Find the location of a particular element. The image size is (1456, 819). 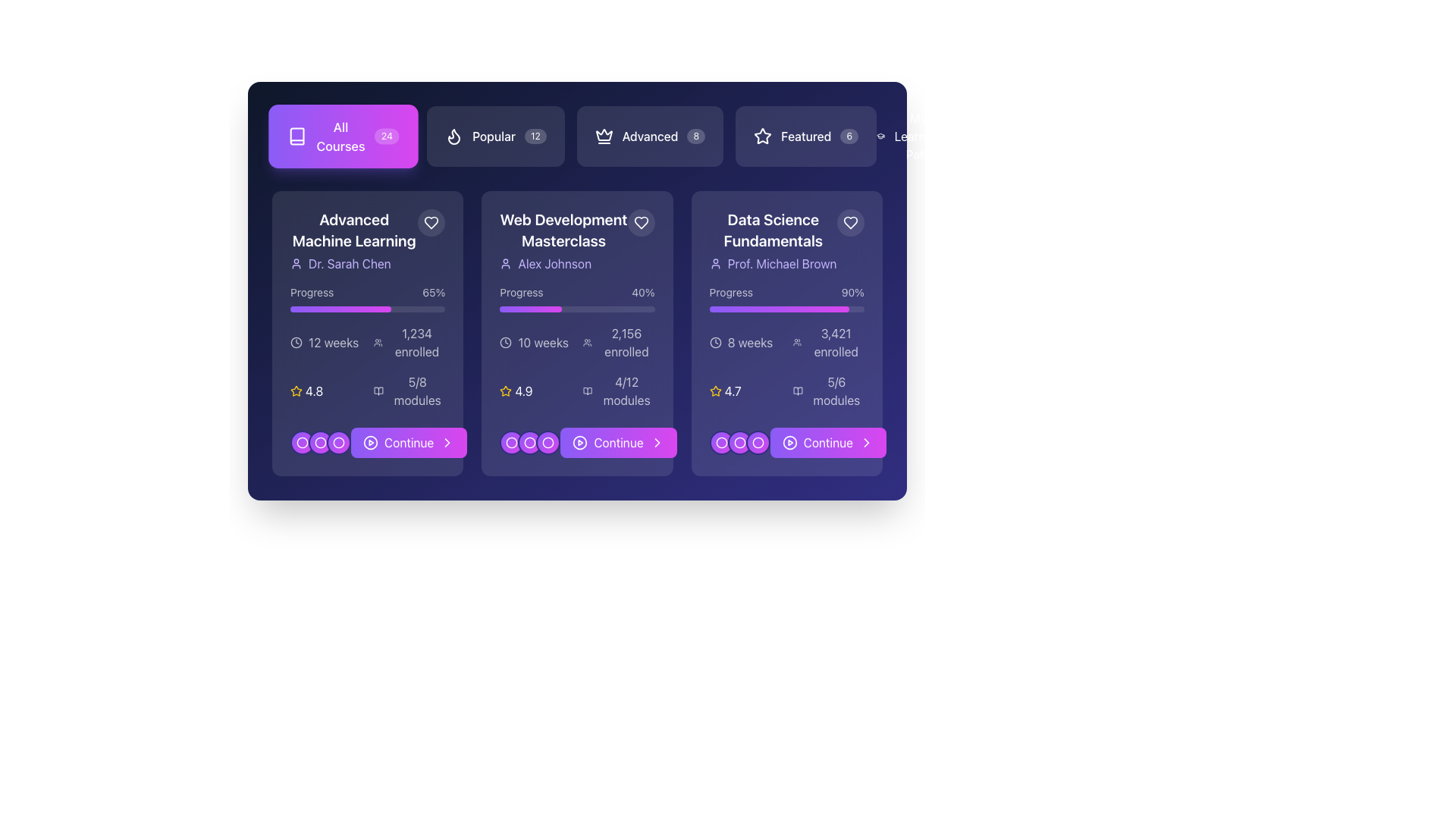

the text label displaying '65%' which is positioned in the 'Advanced Machine Learning' section, aligned with the 'Progress' label and a pink progress bar, indicating the progress percentage is located at coordinates (433, 292).